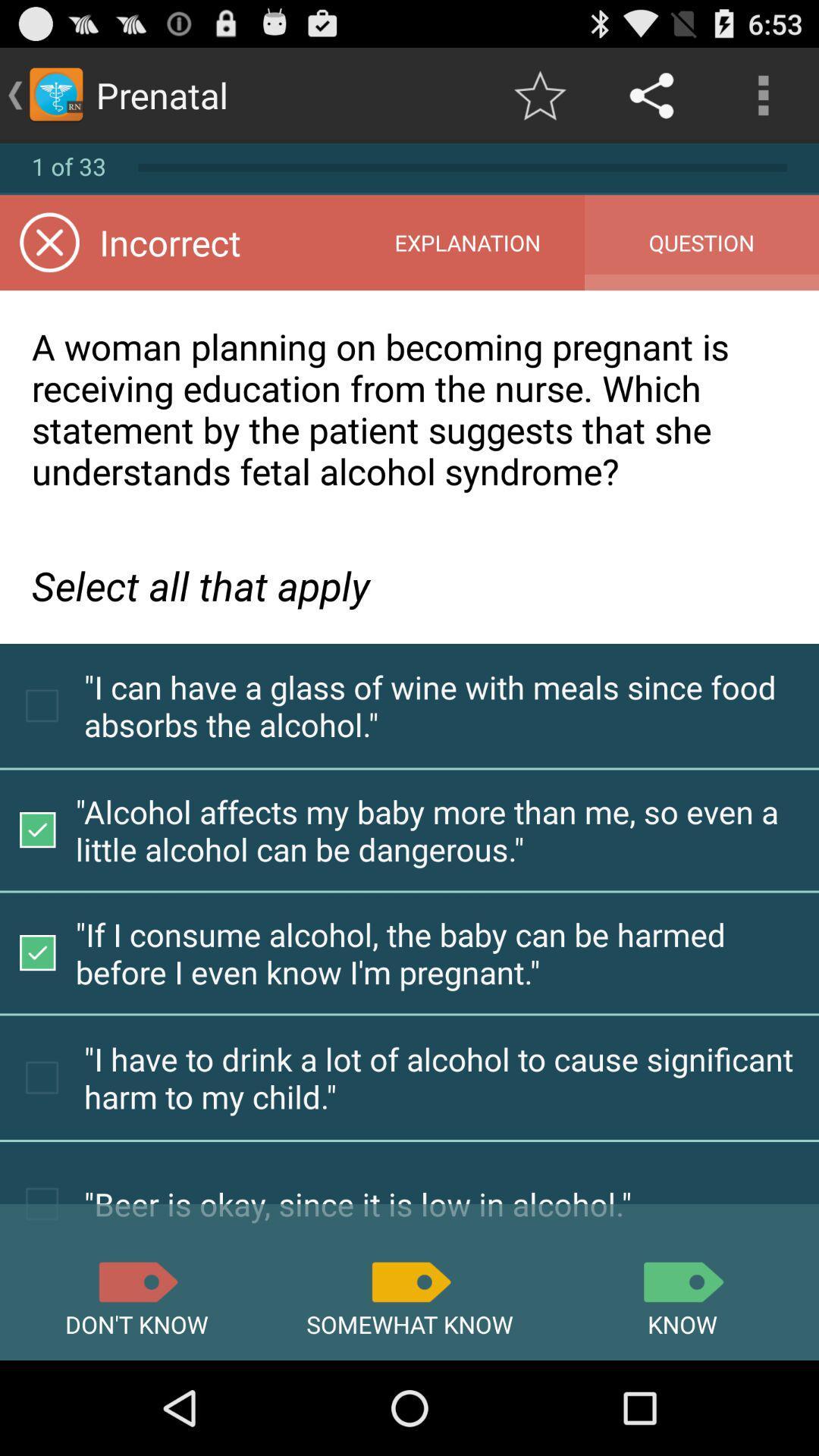 Image resolution: width=819 pixels, height=1456 pixels. I want to click on assert option, so click(681, 1281).